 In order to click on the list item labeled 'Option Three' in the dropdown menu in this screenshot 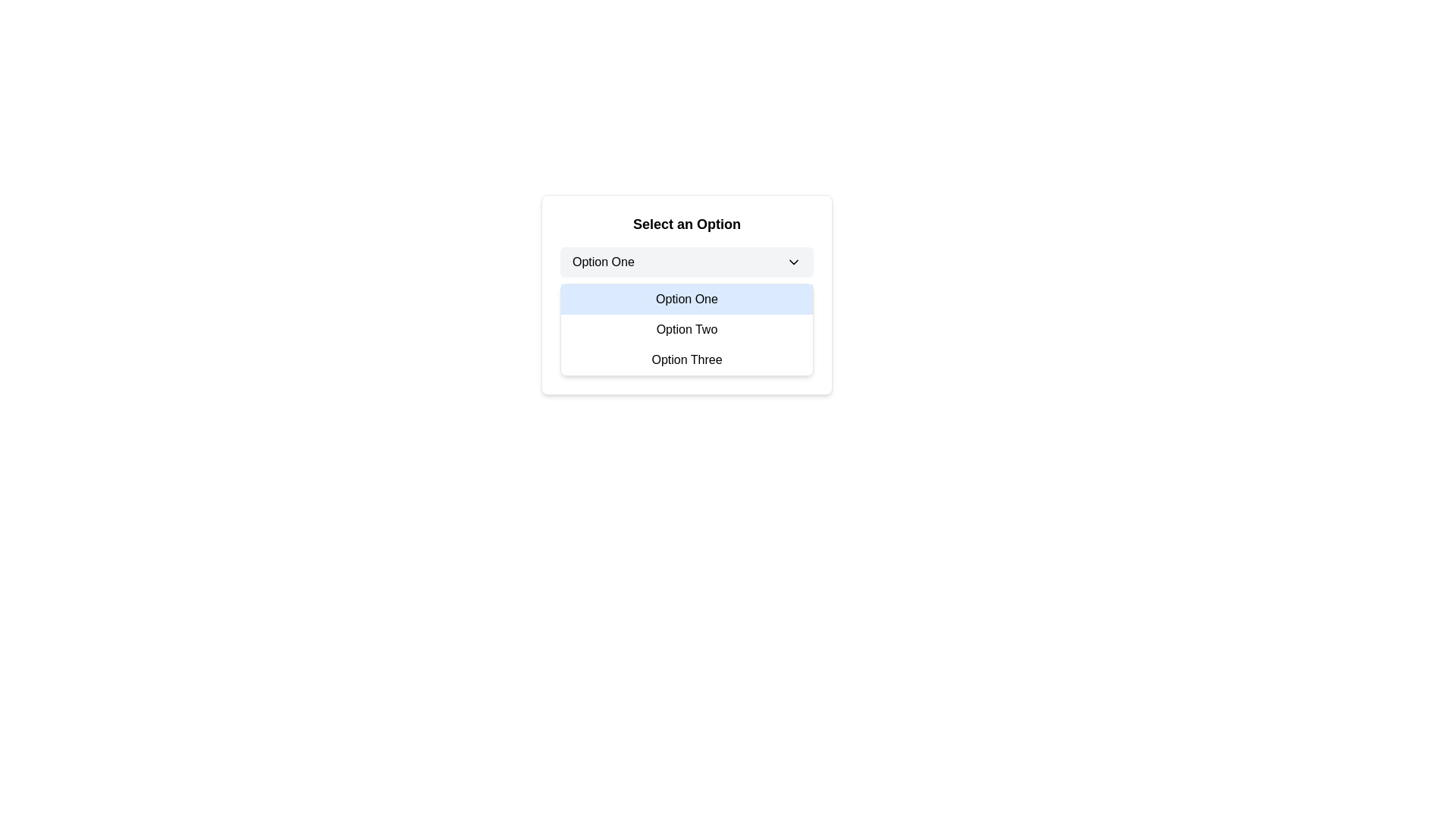, I will do `click(686, 359)`.